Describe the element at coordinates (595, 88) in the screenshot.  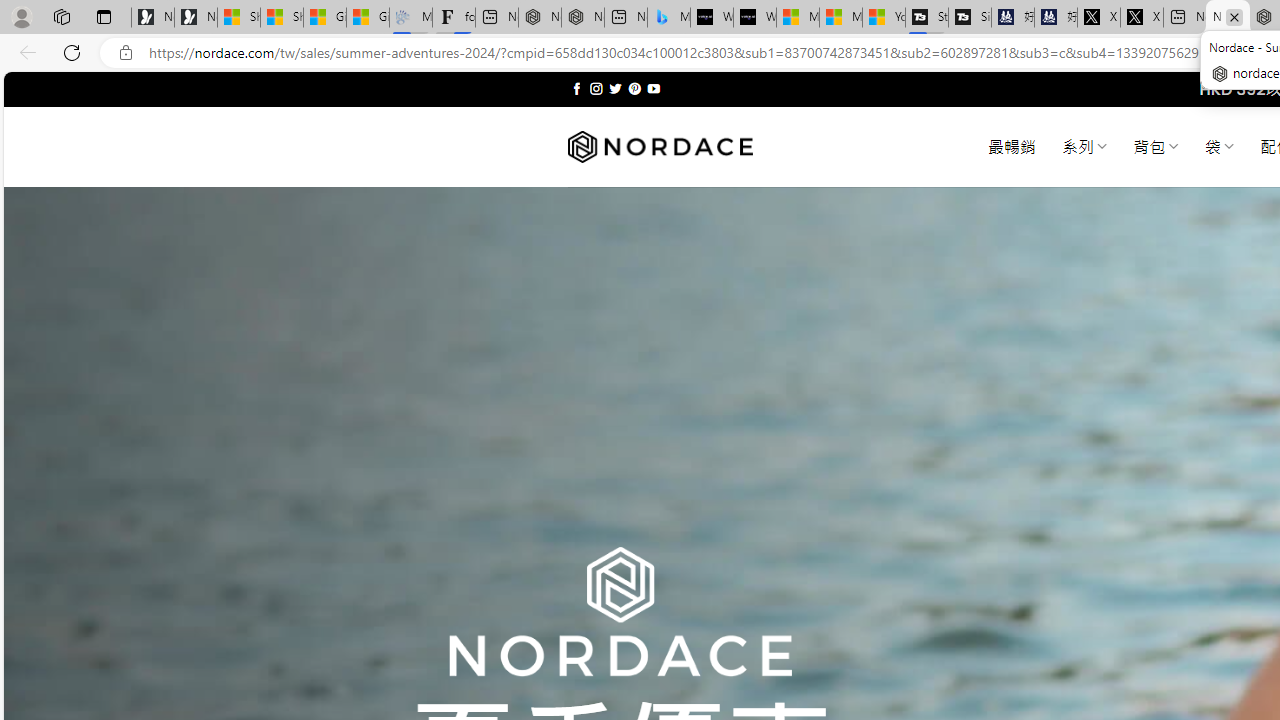
I see `'Follow on Instagram'` at that location.